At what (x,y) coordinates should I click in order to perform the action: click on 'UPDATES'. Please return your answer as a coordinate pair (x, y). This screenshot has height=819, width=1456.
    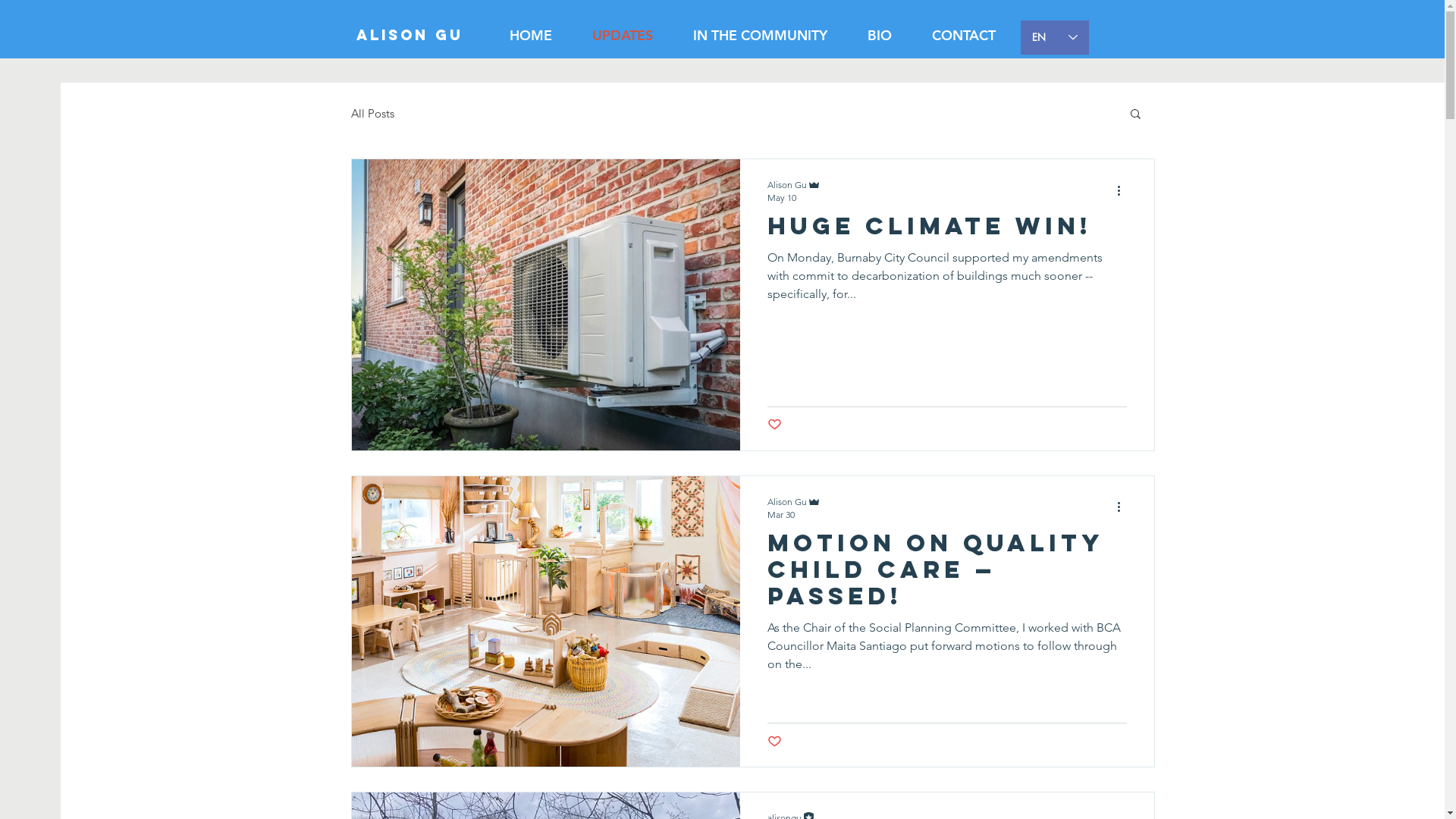
    Looking at the image, I should click on (622, 34).